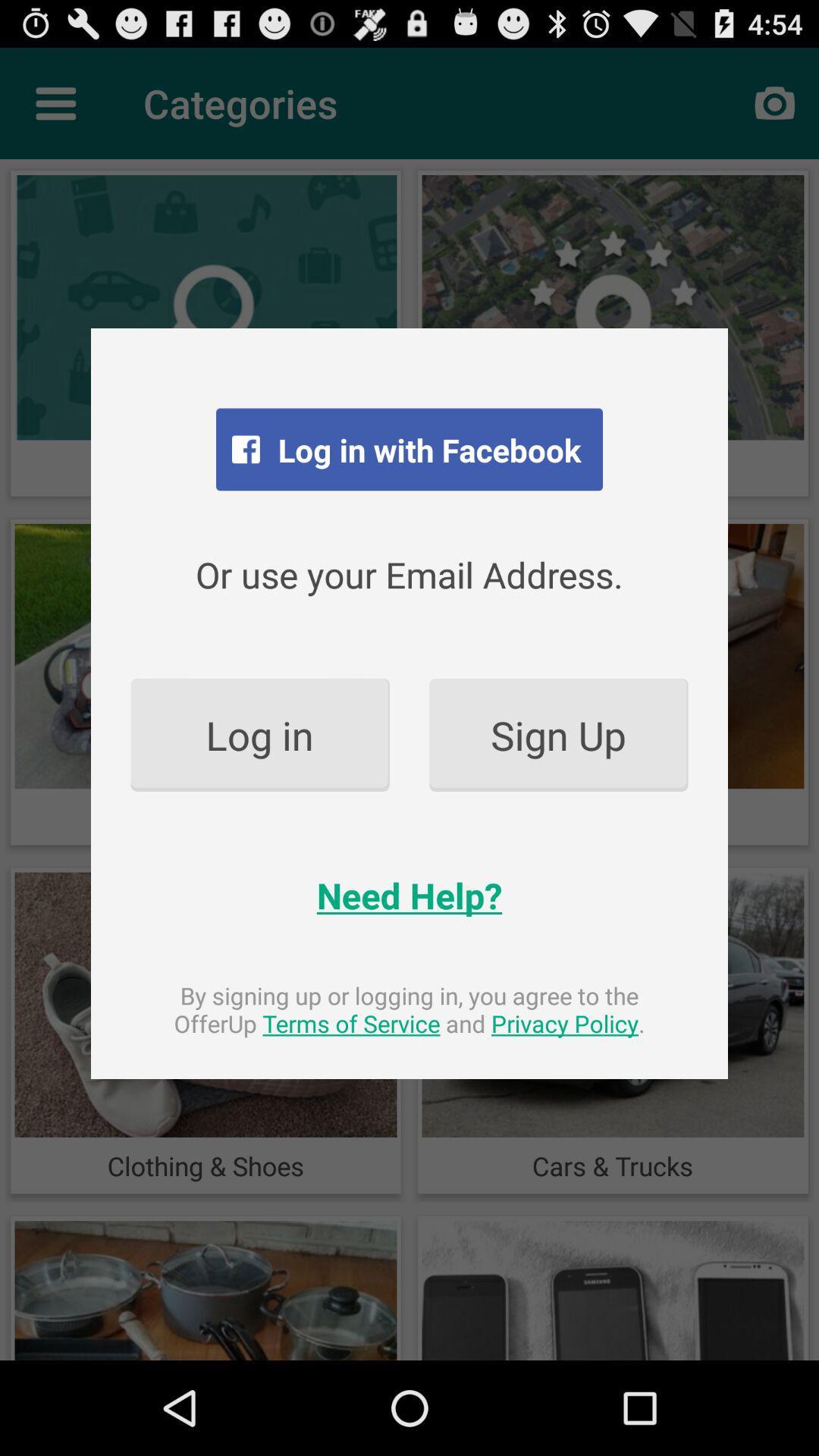 Image resolution: width=819 pixels, height=1456 pixels. I want to click on need help? item, so click(409, 895).